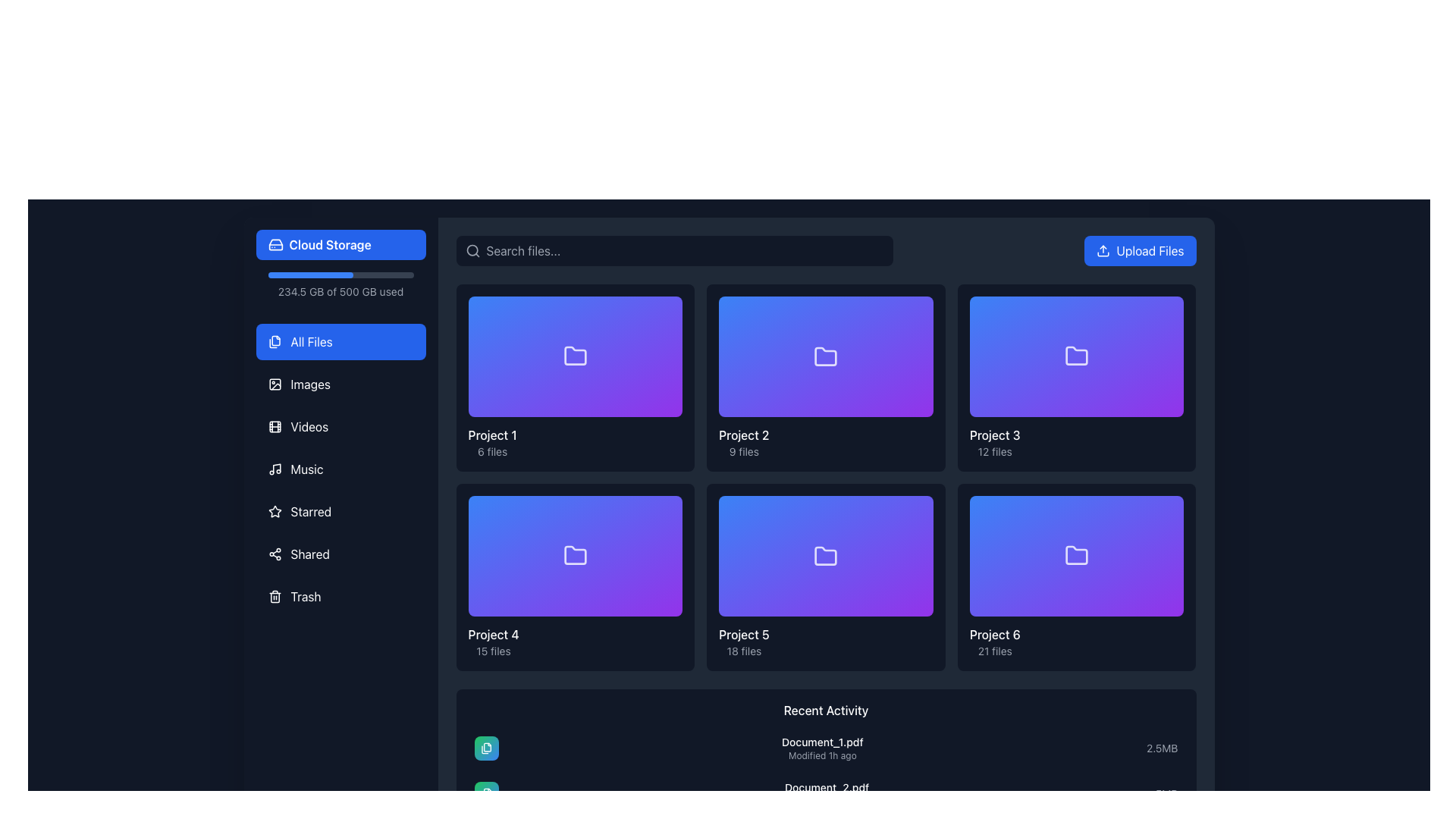 Image resolution: width=1456 pixels, height=819 pixels. What do you see at coordinates (1139, 250) in the screenshot?
I see `the 'Upload Files' button located in the top-right corner of the main content section` at bounding box center [1139, 250].